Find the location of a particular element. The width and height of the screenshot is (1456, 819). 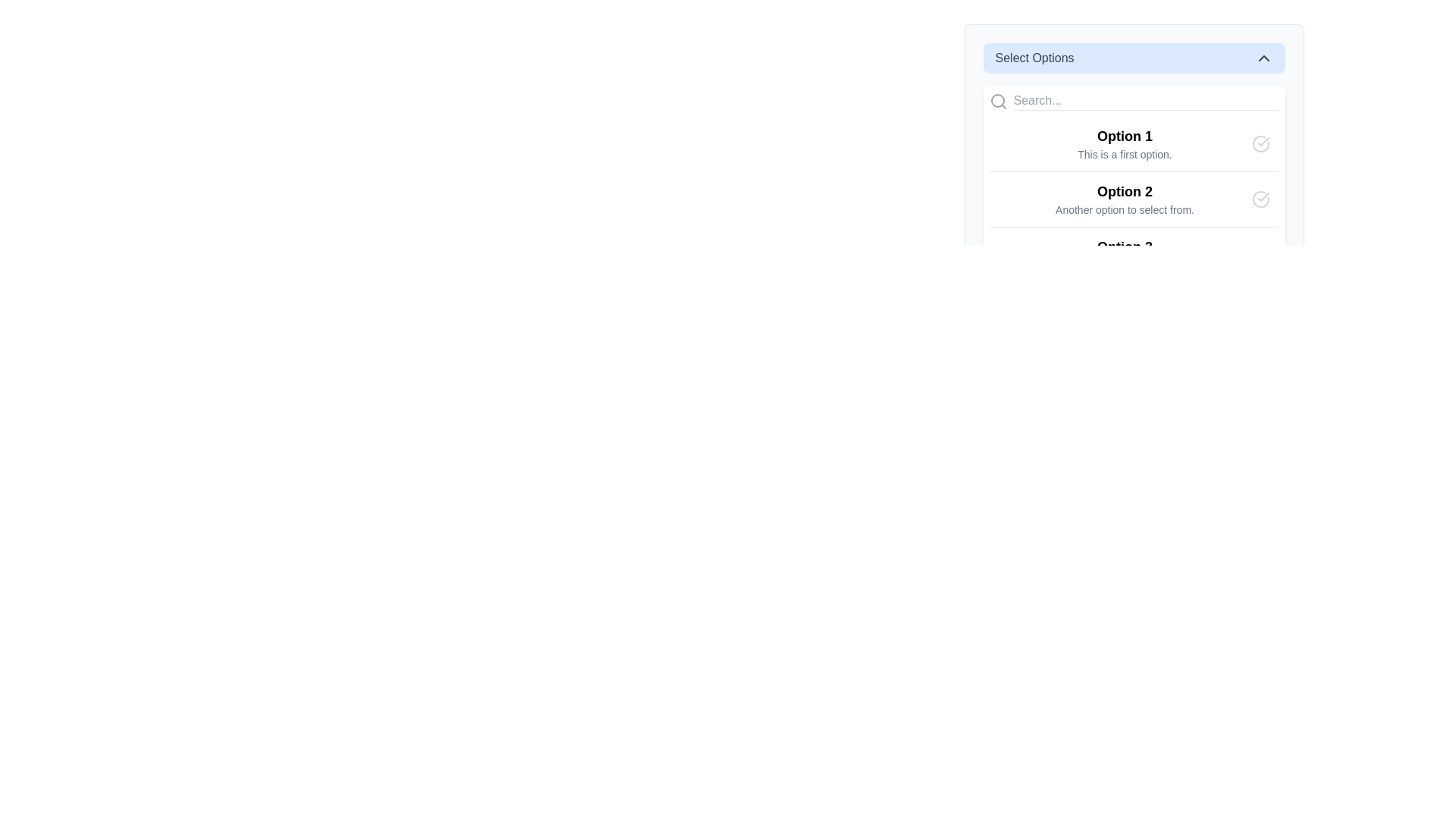

the Checkmark Icon, which is a miniature checkmark embedded within a circular icon located on the far right side of the dropdown list next to the label 'Option 1' is located at coordinates (1263, 196).